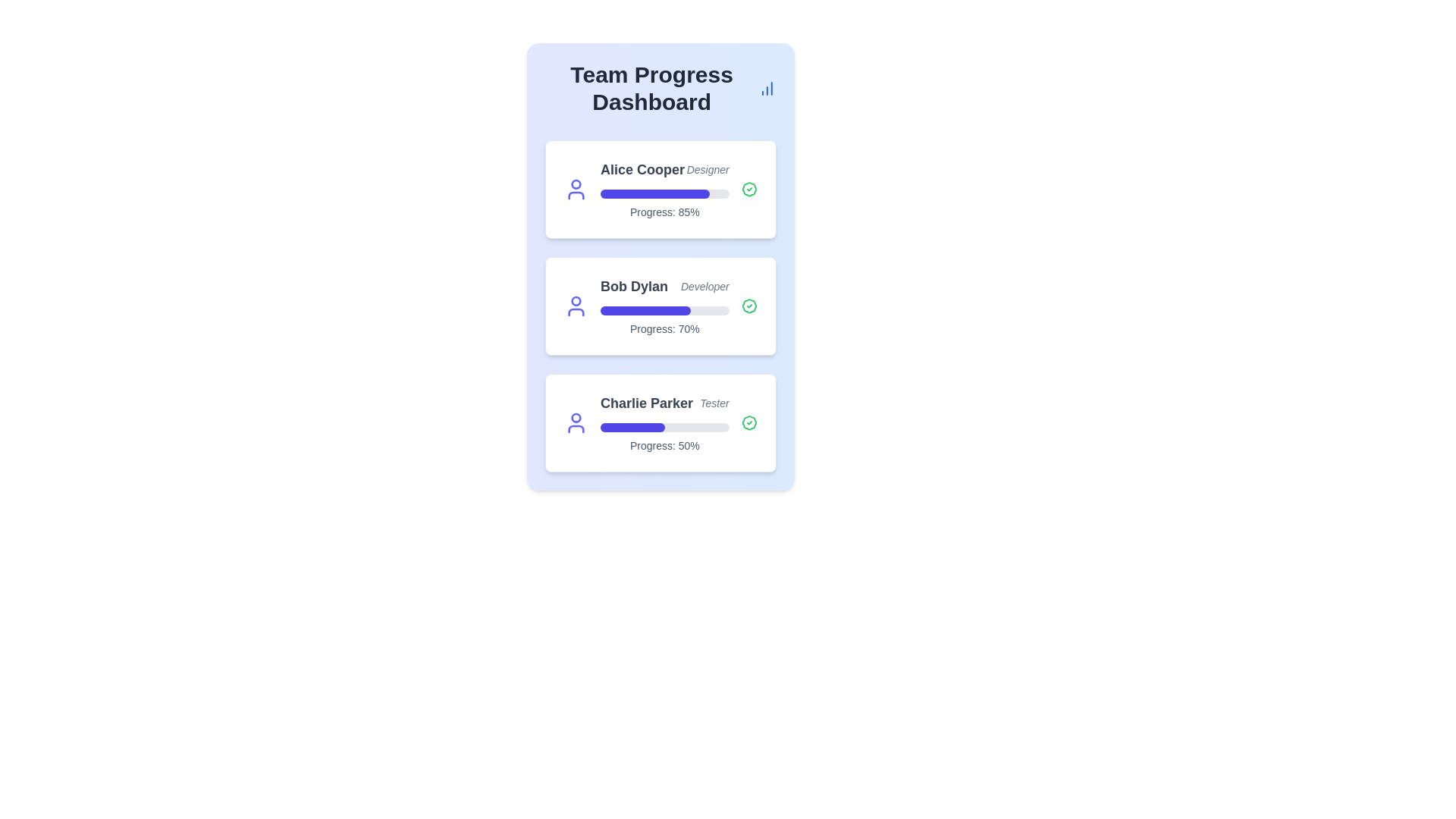 The image size is (1456, 819). What do you see at coordinates (749, 189) in the screenshot?
I see `the green badge icon with a star-like outline and a checkmark in the center, which is located on the right side of the card for 'Alice Cooper', aligning with the text 'Designer' and the progress bar below` at bounding box center [749, 189].